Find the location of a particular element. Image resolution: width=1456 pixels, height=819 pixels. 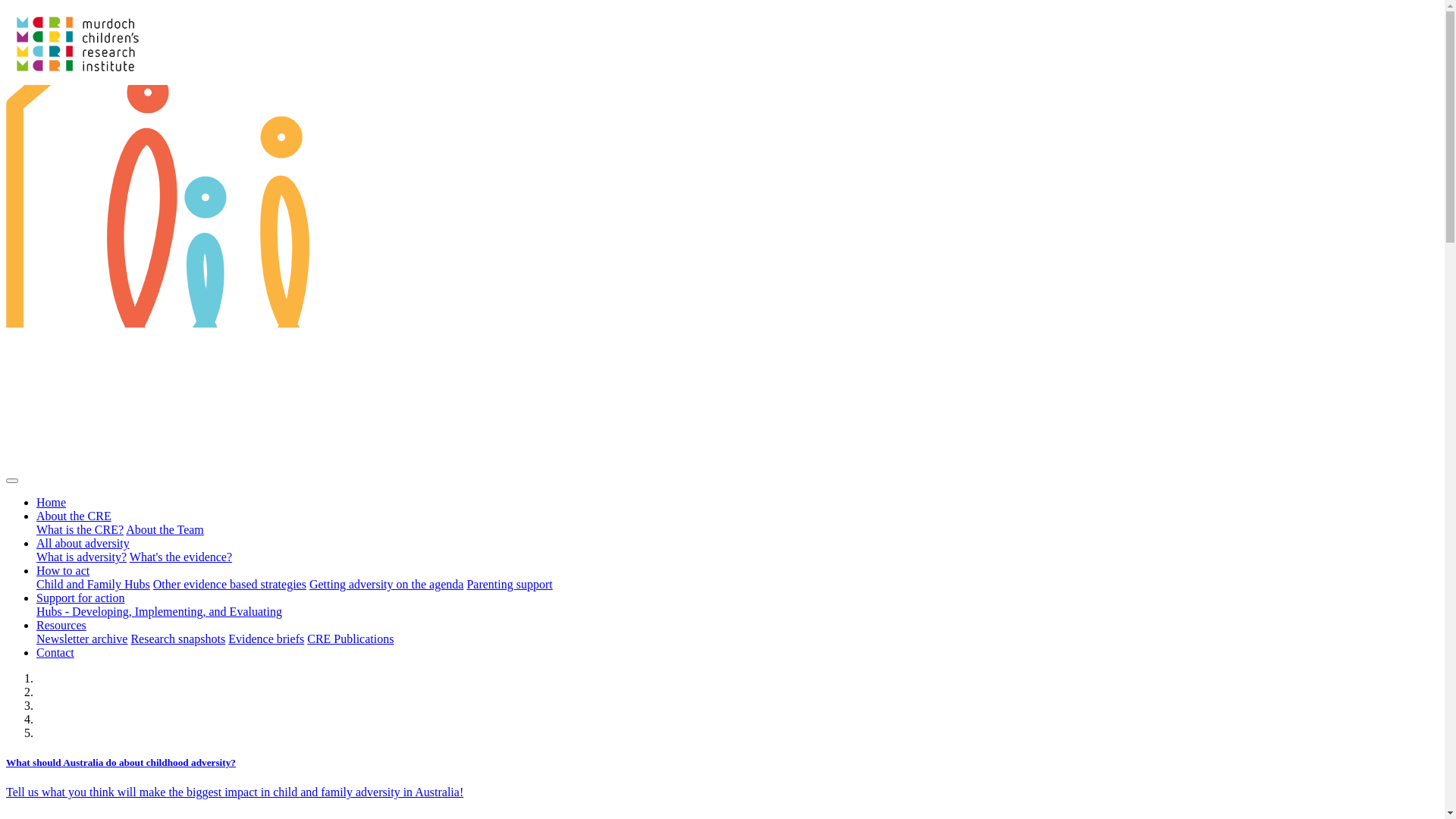

'About the CRE' is located at coordinates (73, 515).